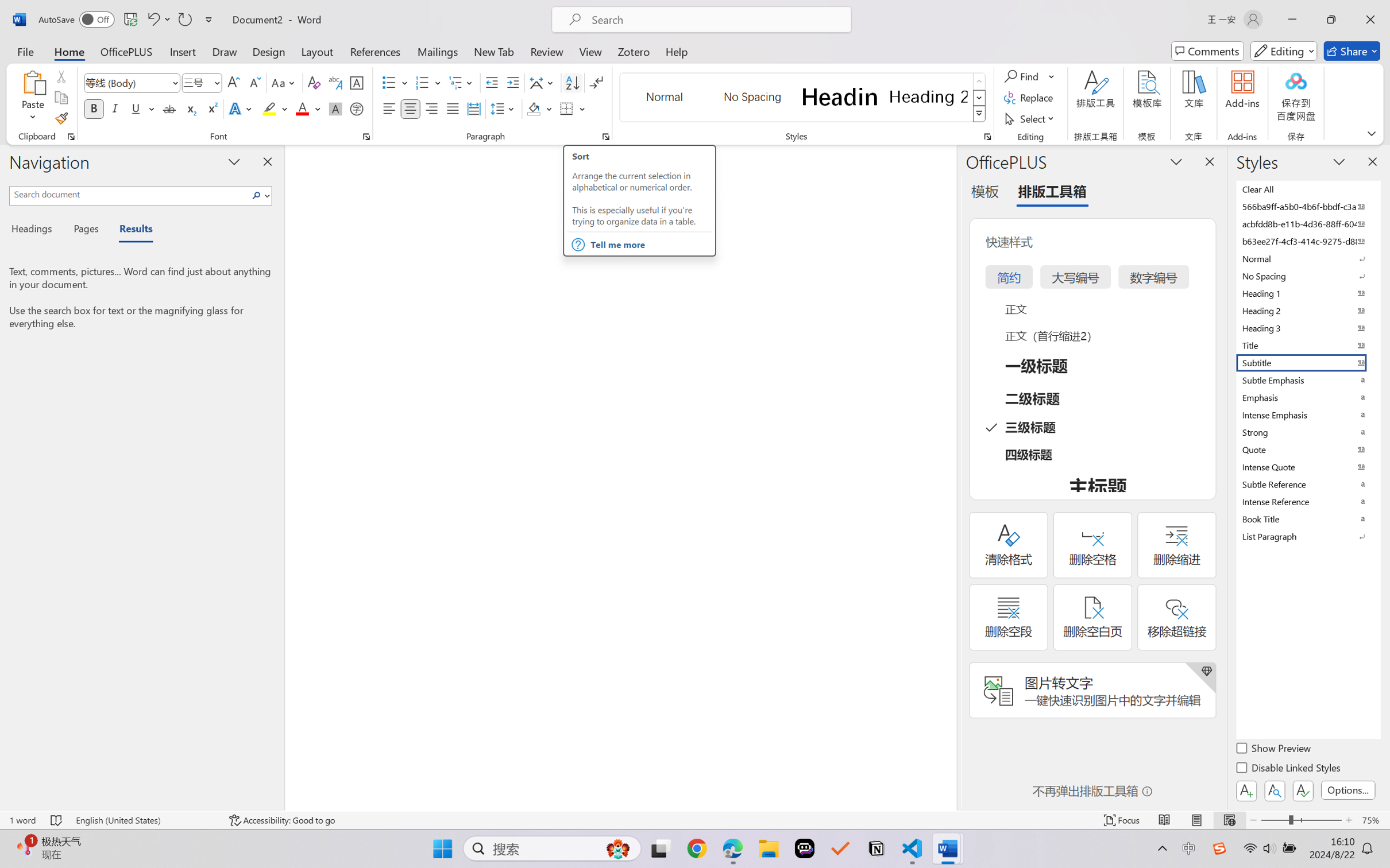 The width and height of the screenshot is (1390, 868). Describe the element at coordinates (225, 51) in the screenshot. I see `'Draw'` at that location.